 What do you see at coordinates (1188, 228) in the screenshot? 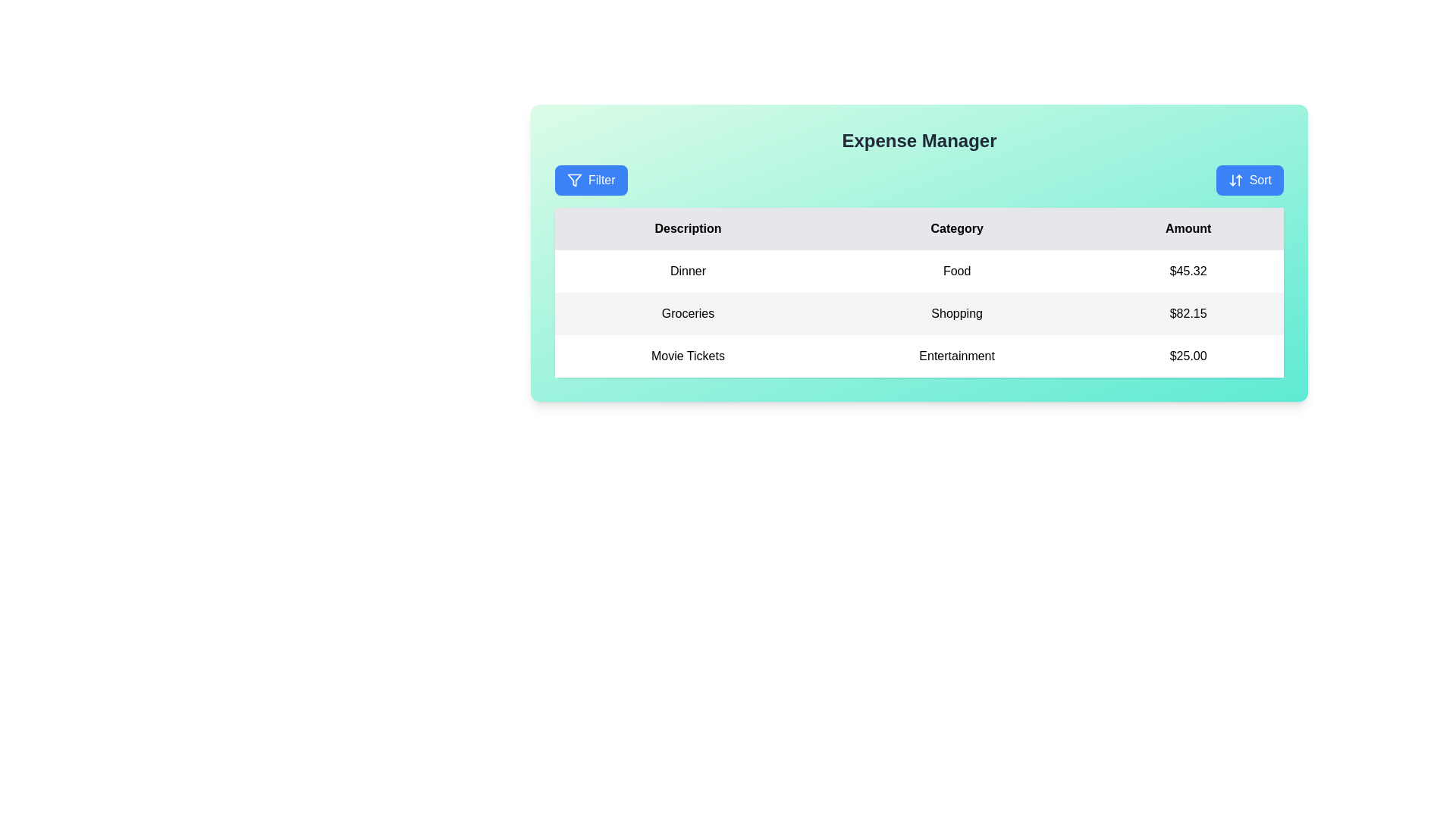
I see `the 'Amount' label which is the header of the third column in the expense management table, styled with a gray background and centered black bold text` at bounding box center [1188, 228].